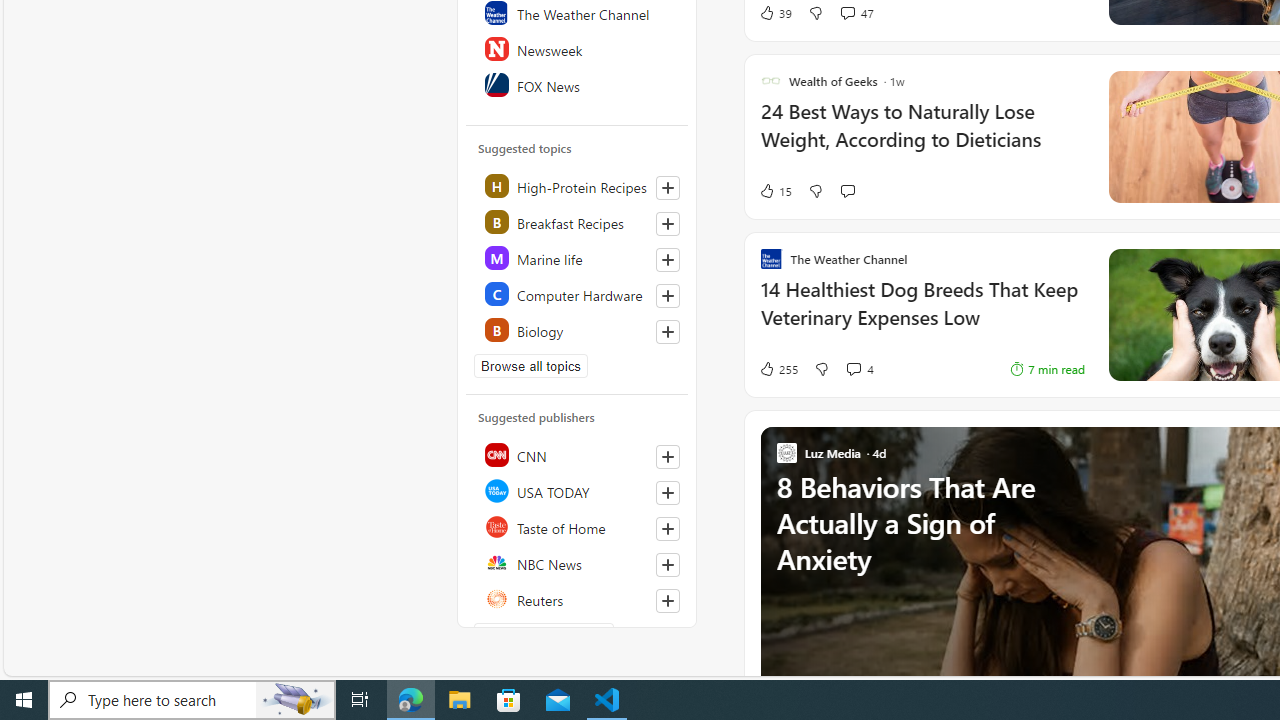 Image resolution: width=1280 pixels, height=720 pixels. Describe the element at coordinates (667, 599) in the screenshot. I see `'Follow this source'` at that location.